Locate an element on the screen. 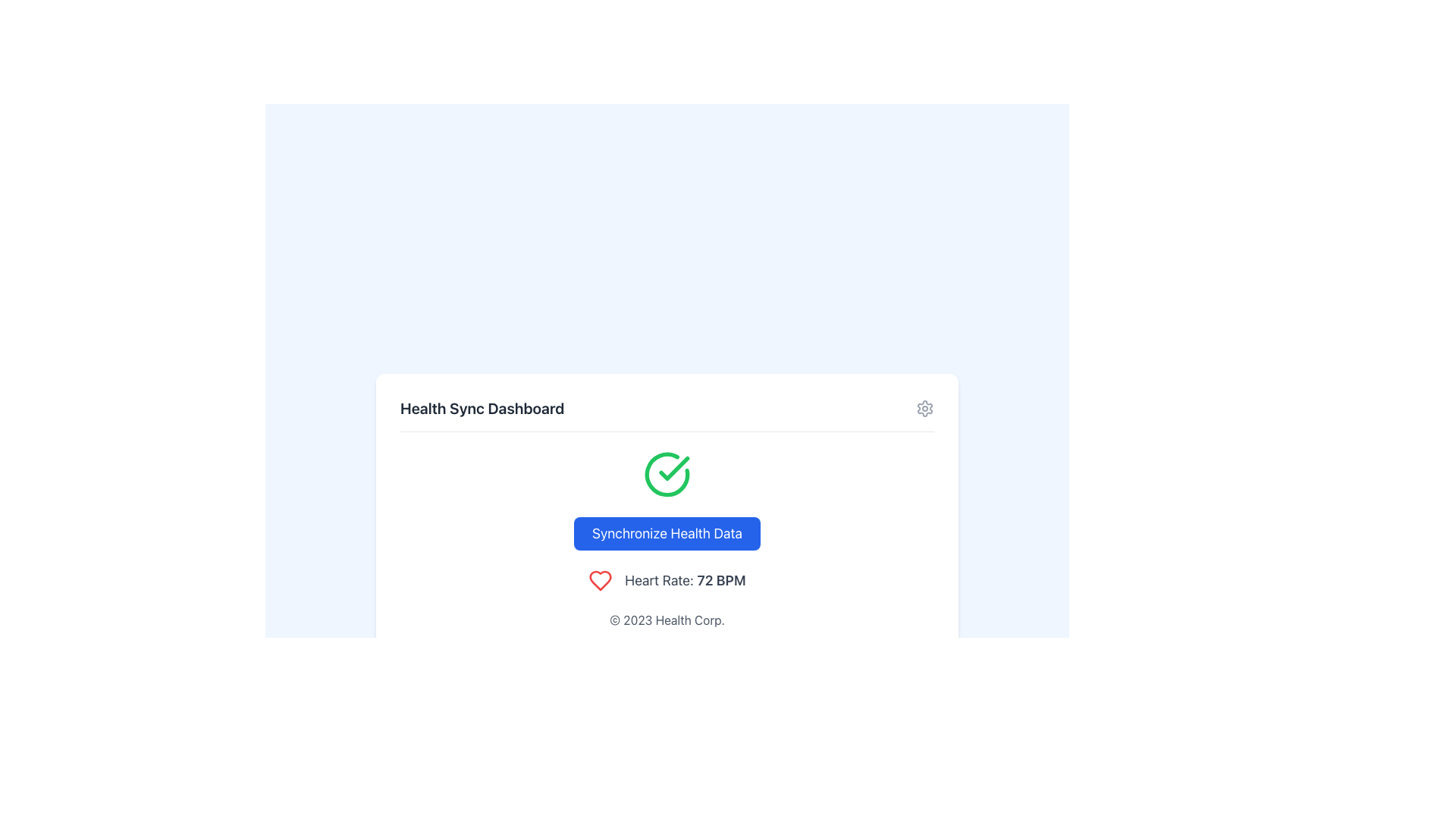 Image resolution: width=1456 pixels, height=819 pixels. the status of the success icon located at the center-top of the health synchronization interface, above the 'Synchronize Health Data' button is located at coordinates (667, 473).